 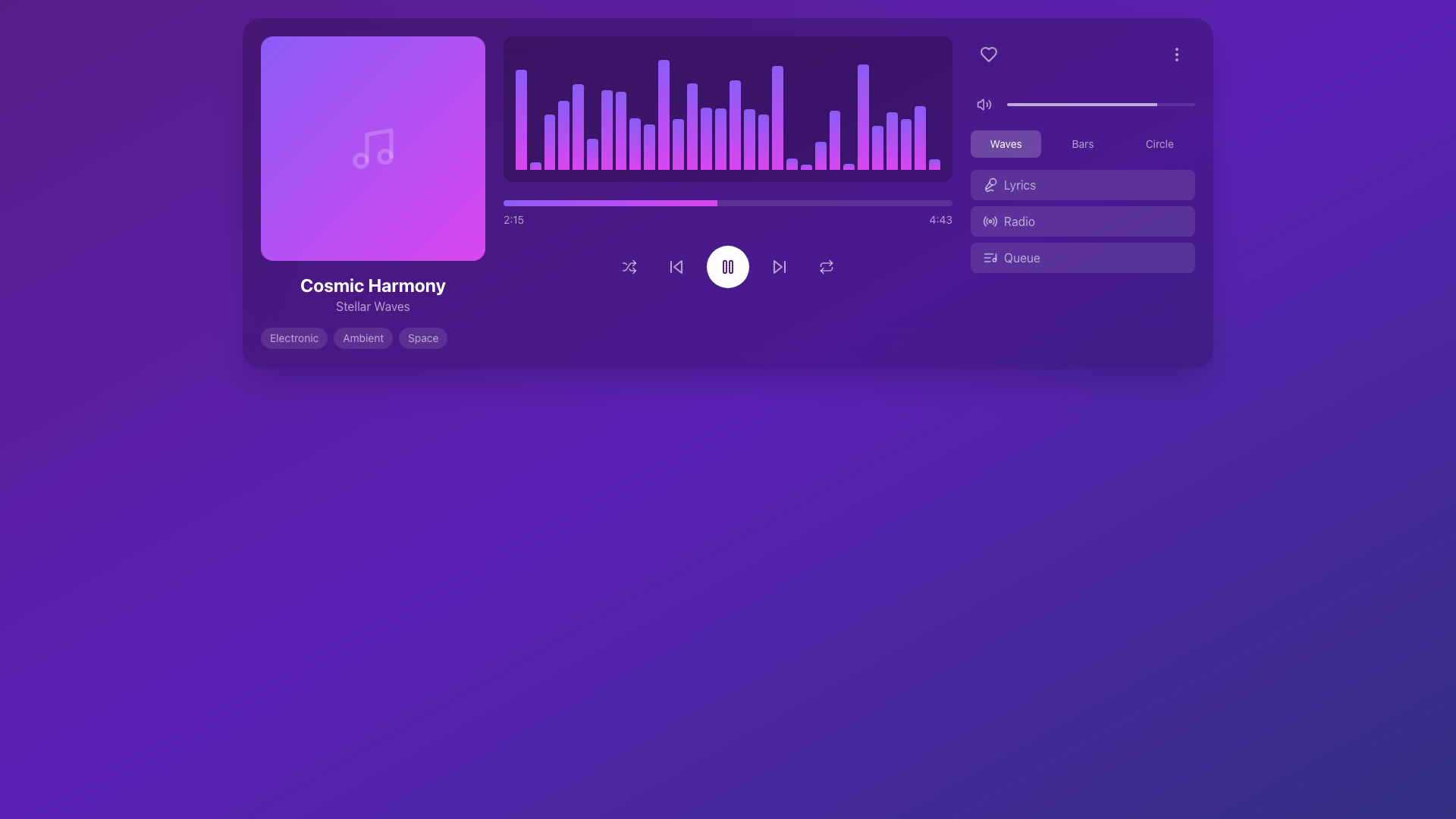 I want to click on the 28th bar in the bar chart, which is a vertical gradient bar transitioning from fuchsia at the base to violet at the tip, located within the interactive audio player interface, so click(x=919, y=137).